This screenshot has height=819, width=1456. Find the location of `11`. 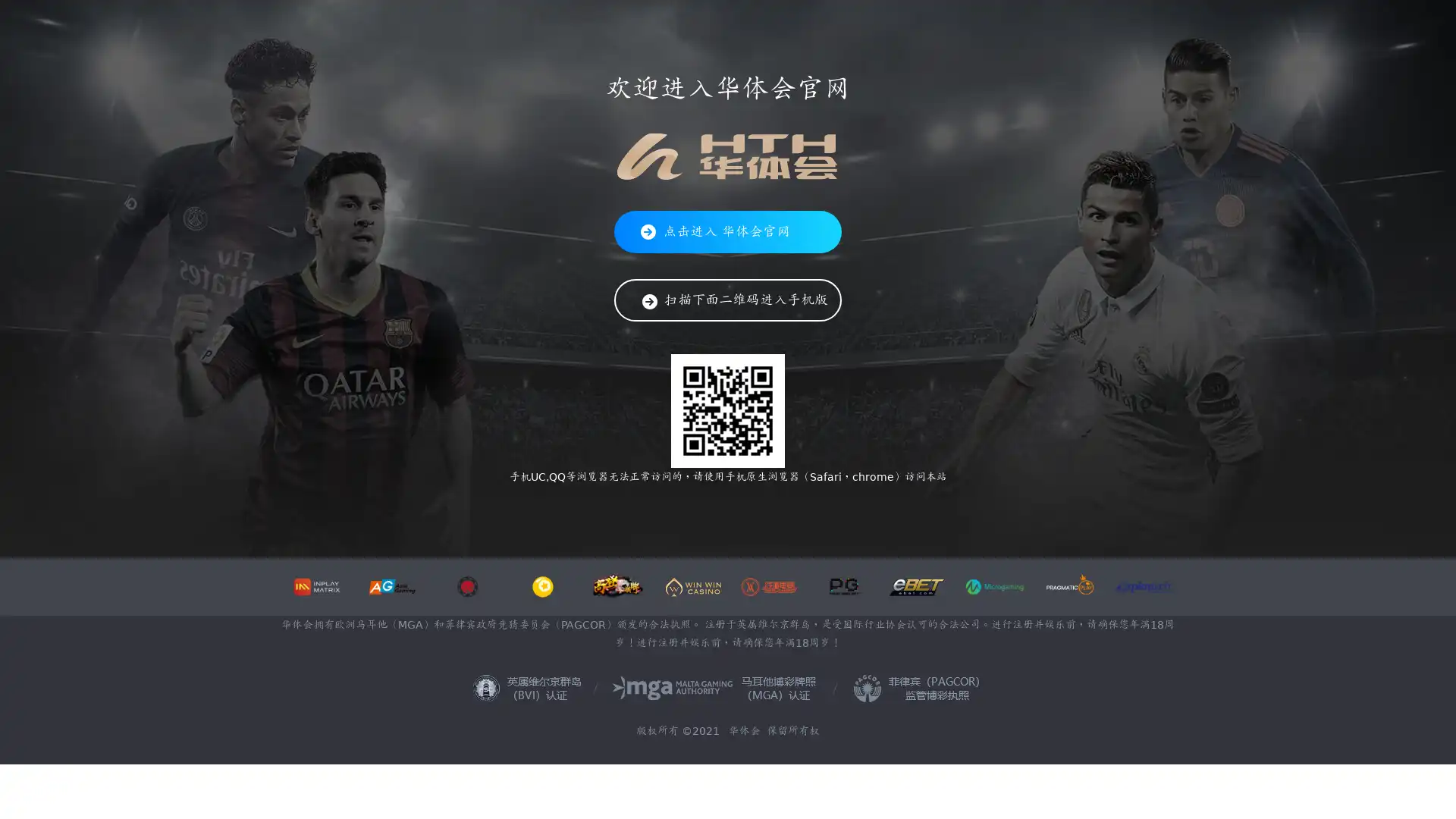

11 is located at coordinates (758, 505).